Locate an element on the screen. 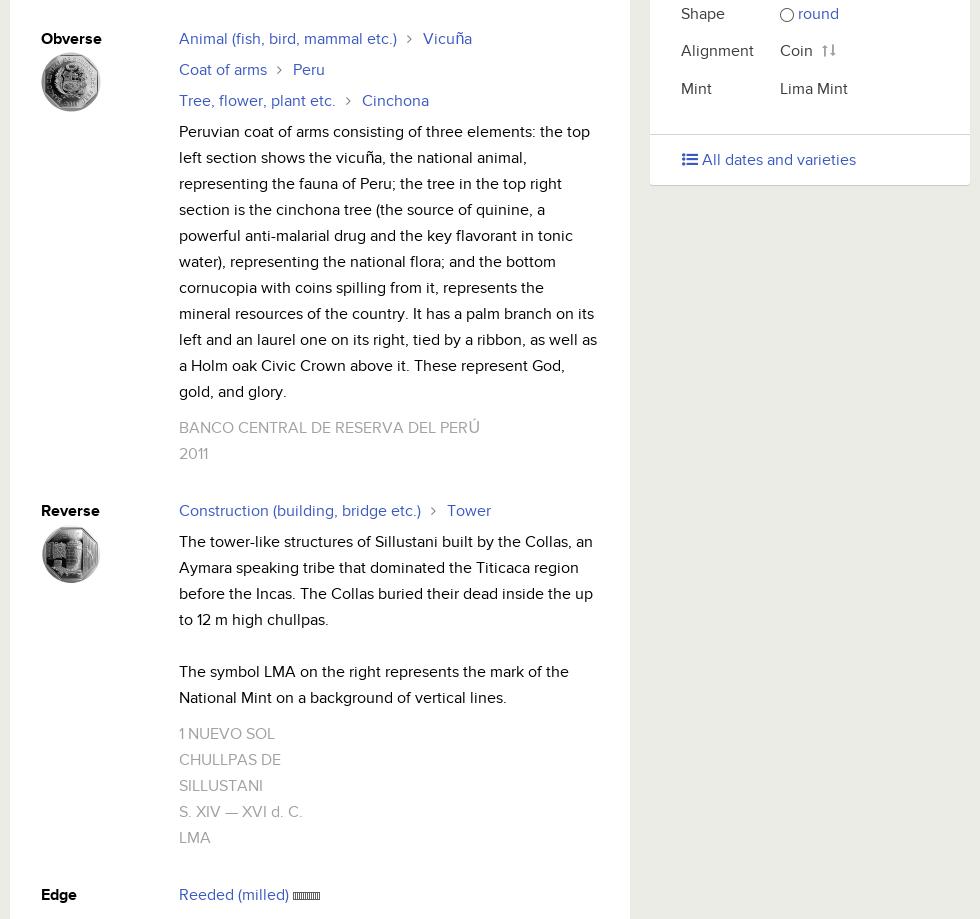  'Edge' is located at coordinates (58, 894).